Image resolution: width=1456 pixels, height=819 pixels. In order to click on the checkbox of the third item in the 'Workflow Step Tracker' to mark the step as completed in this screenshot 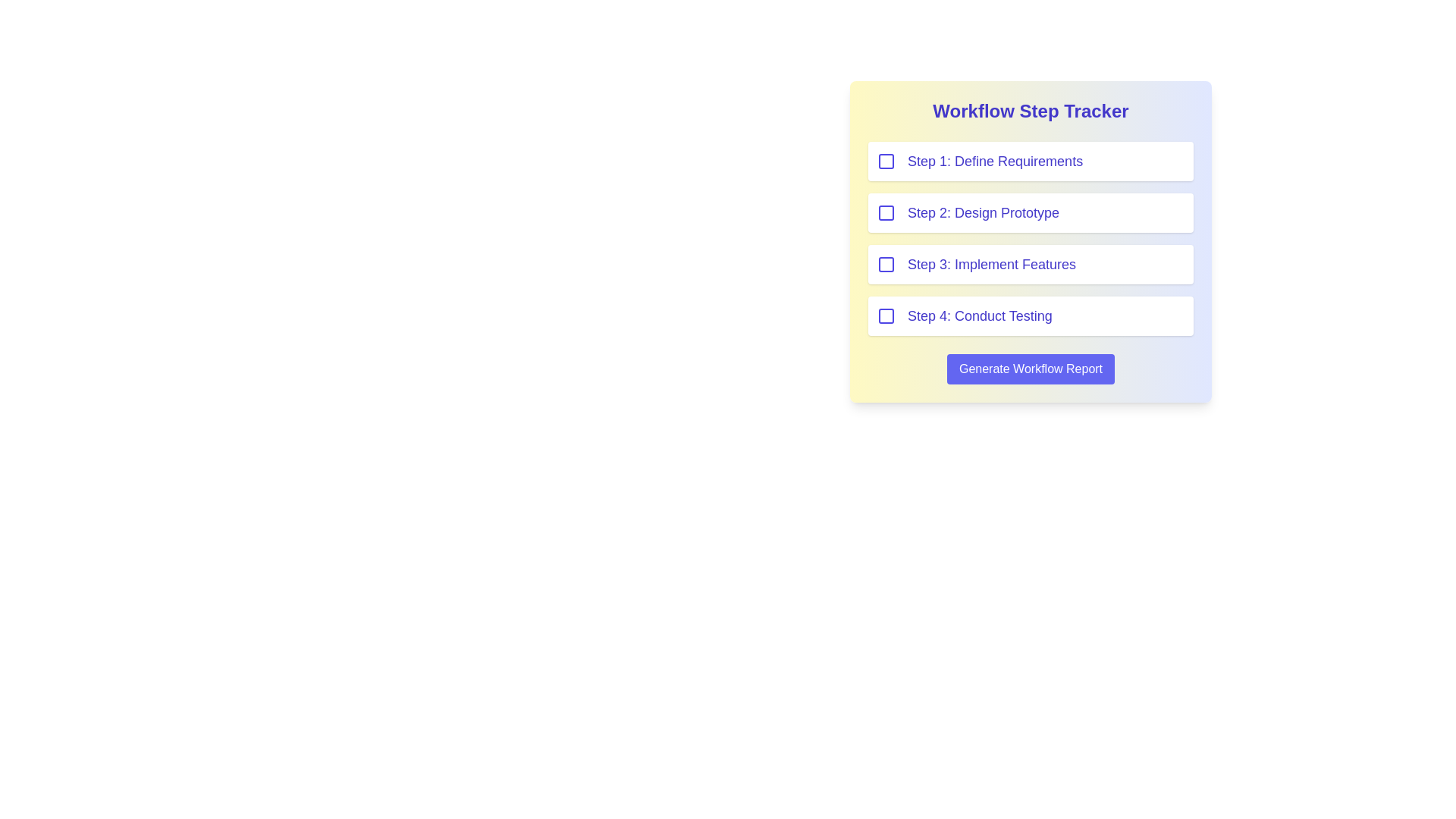, I will do `click(1031, 263)`.